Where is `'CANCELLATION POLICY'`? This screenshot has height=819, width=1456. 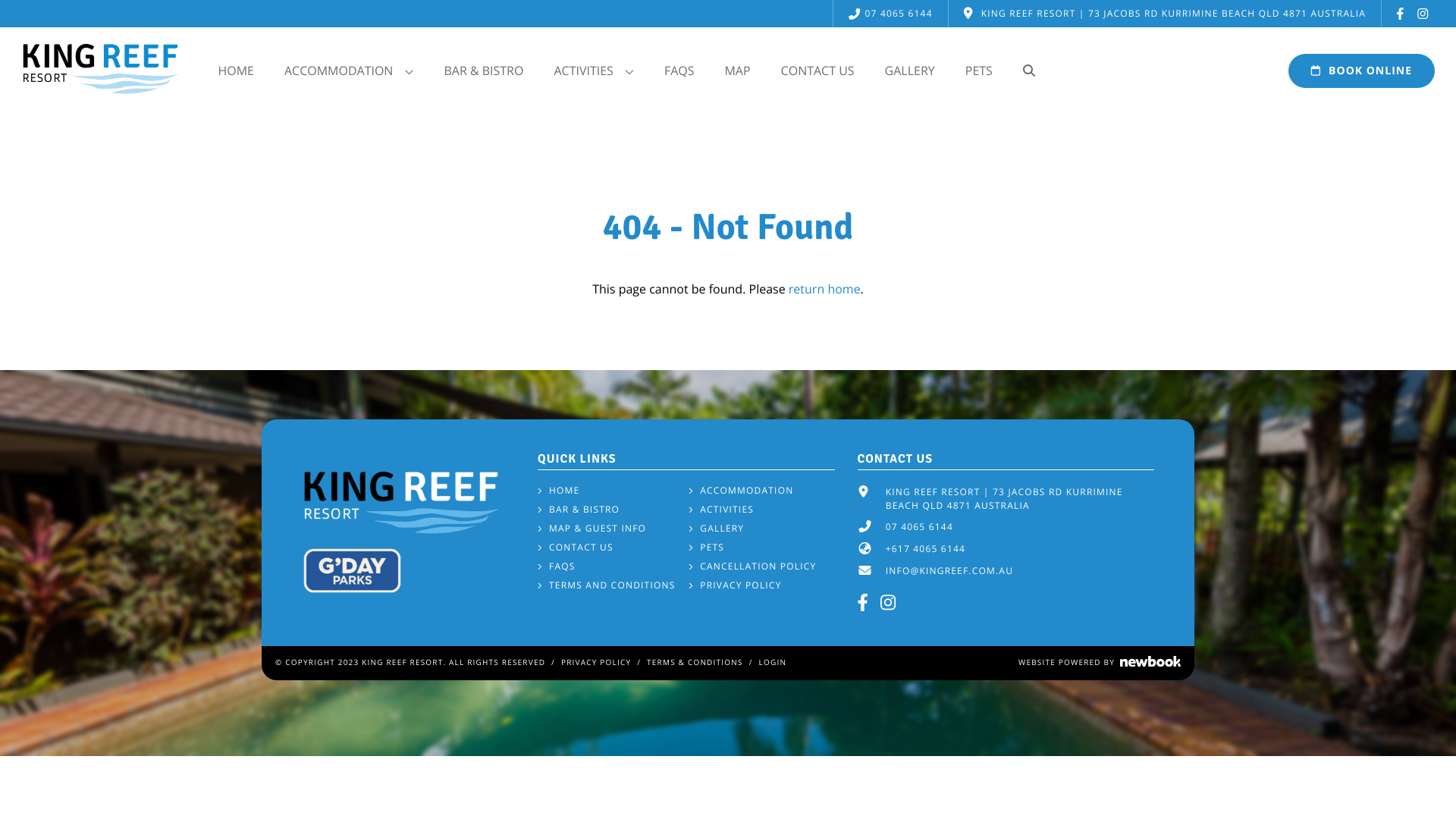
'CANCELLATION POLICY' is located at coordinates (687, 566).